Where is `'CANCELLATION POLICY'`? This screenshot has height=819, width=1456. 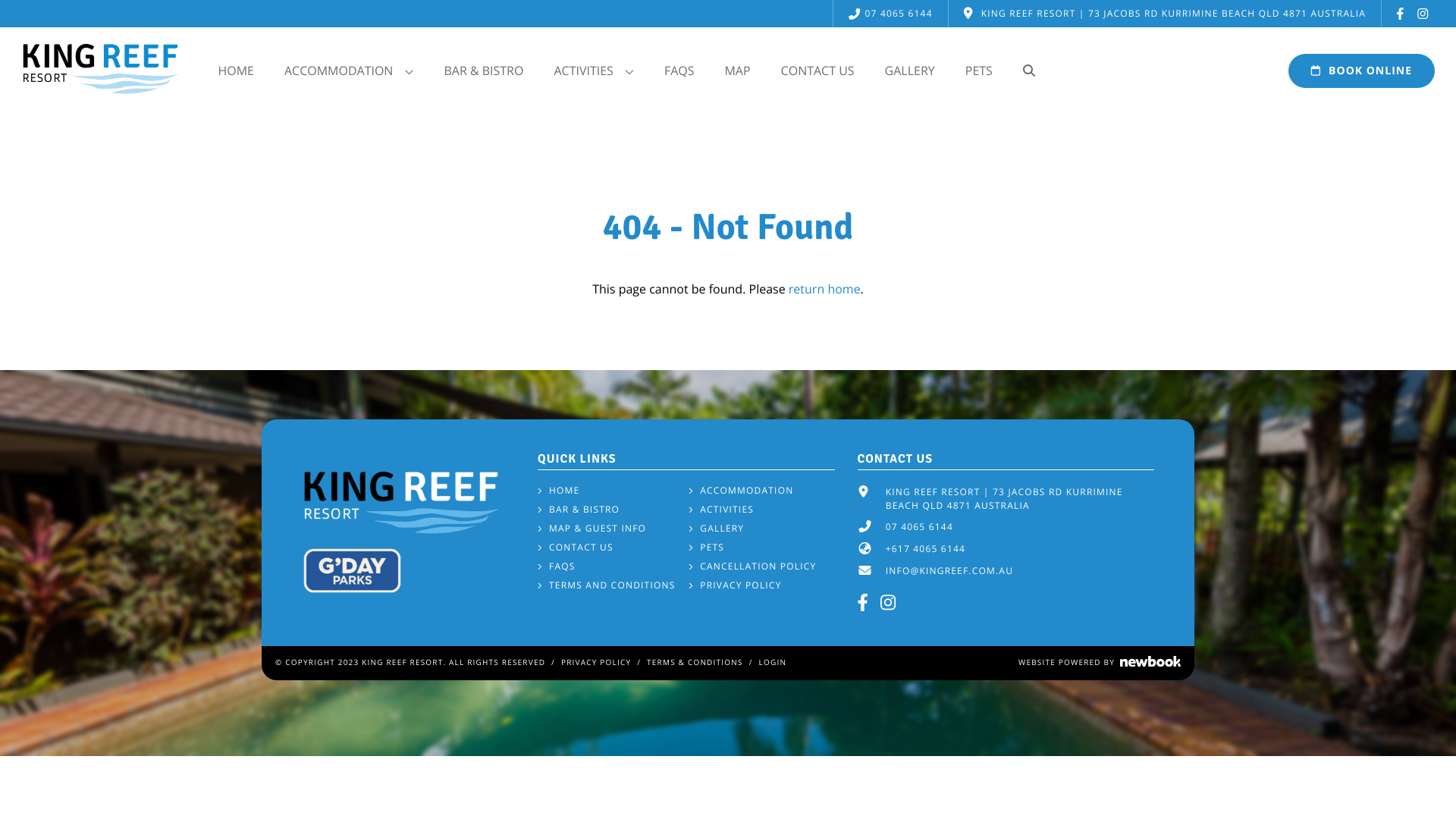
'CANCELLATION POLICY' is located at coordinates (687, 566).